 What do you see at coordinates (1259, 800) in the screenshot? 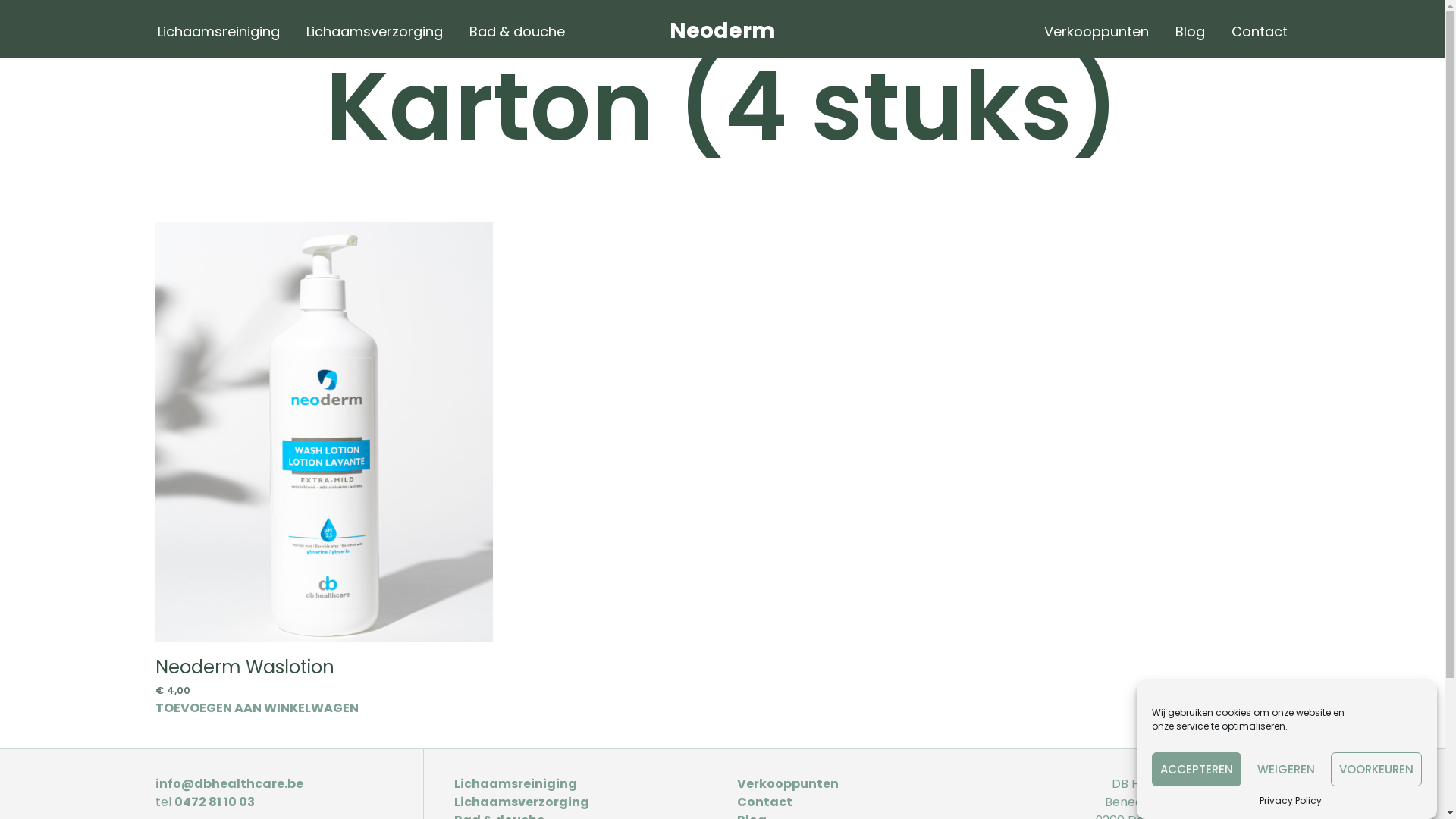
I see `'Privacy Policy'` at bounding box center [1259, 800].